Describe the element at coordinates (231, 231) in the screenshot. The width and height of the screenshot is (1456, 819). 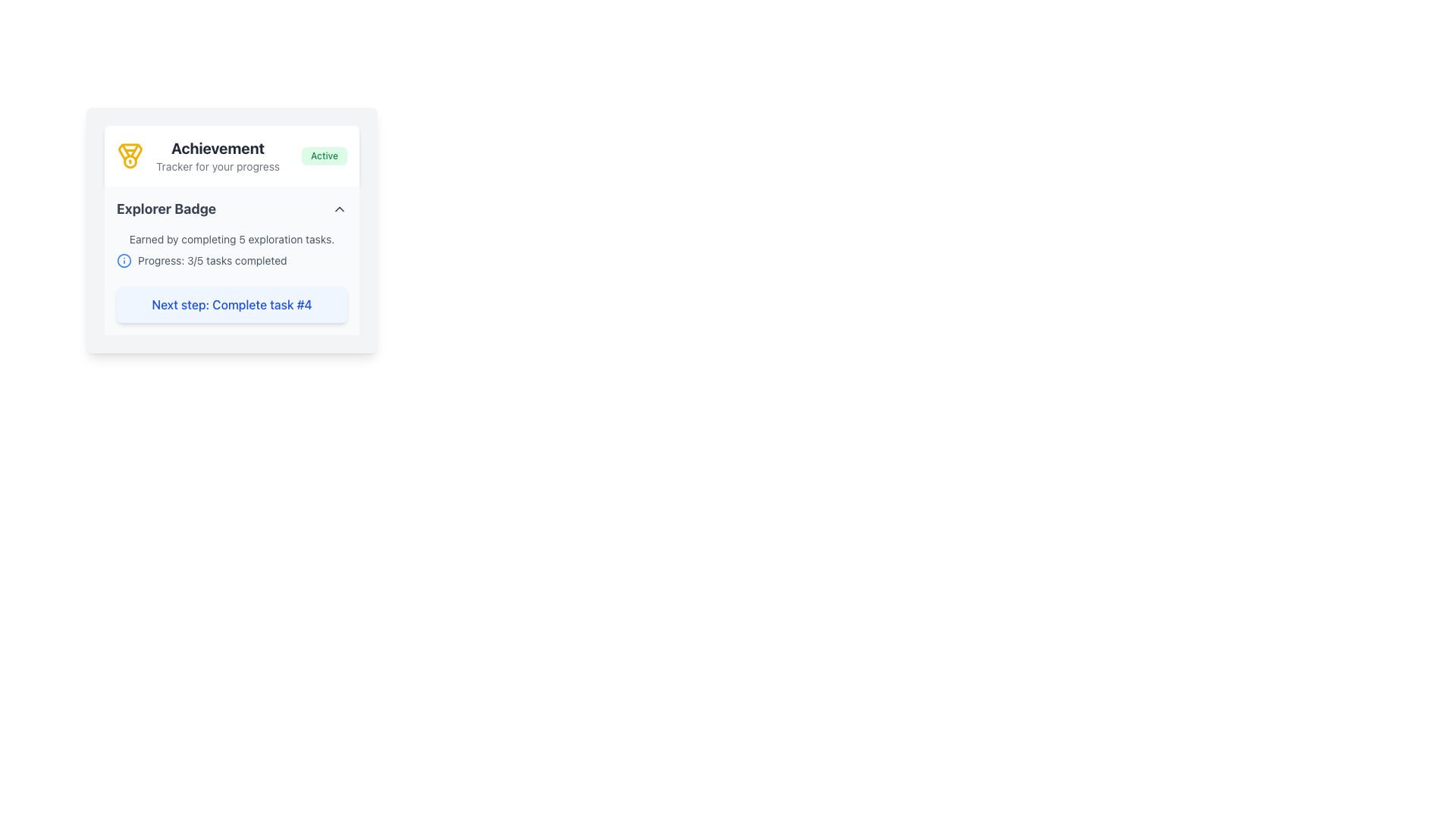
I see `the achievement tracker card located within a vertical card structure, which has a light gray background and shadow effect, to get details` at that location.